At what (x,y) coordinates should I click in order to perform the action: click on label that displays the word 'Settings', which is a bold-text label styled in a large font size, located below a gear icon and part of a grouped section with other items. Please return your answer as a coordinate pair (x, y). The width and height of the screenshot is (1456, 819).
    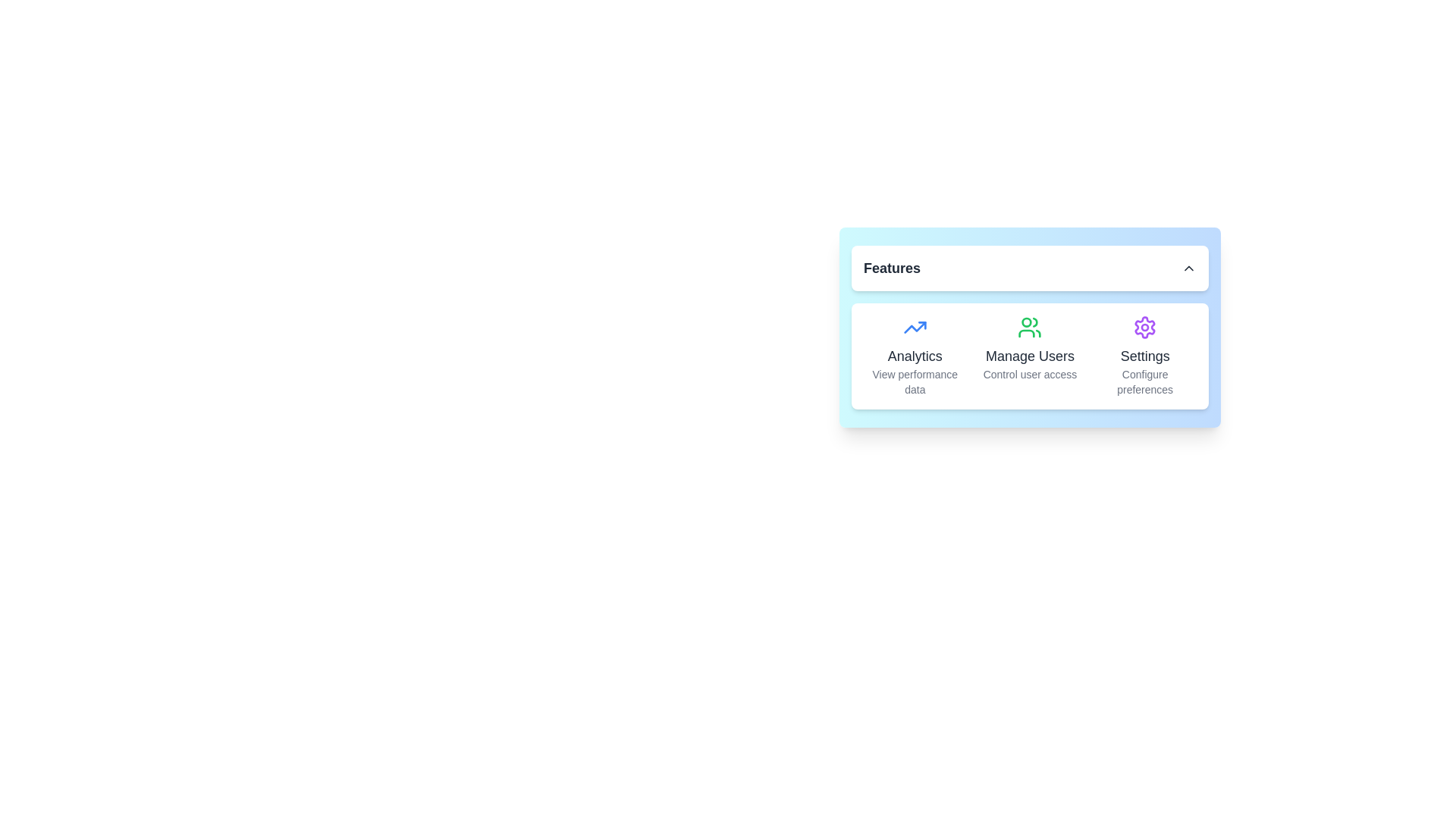
    Looking at the image, I should click on (1145, 356).